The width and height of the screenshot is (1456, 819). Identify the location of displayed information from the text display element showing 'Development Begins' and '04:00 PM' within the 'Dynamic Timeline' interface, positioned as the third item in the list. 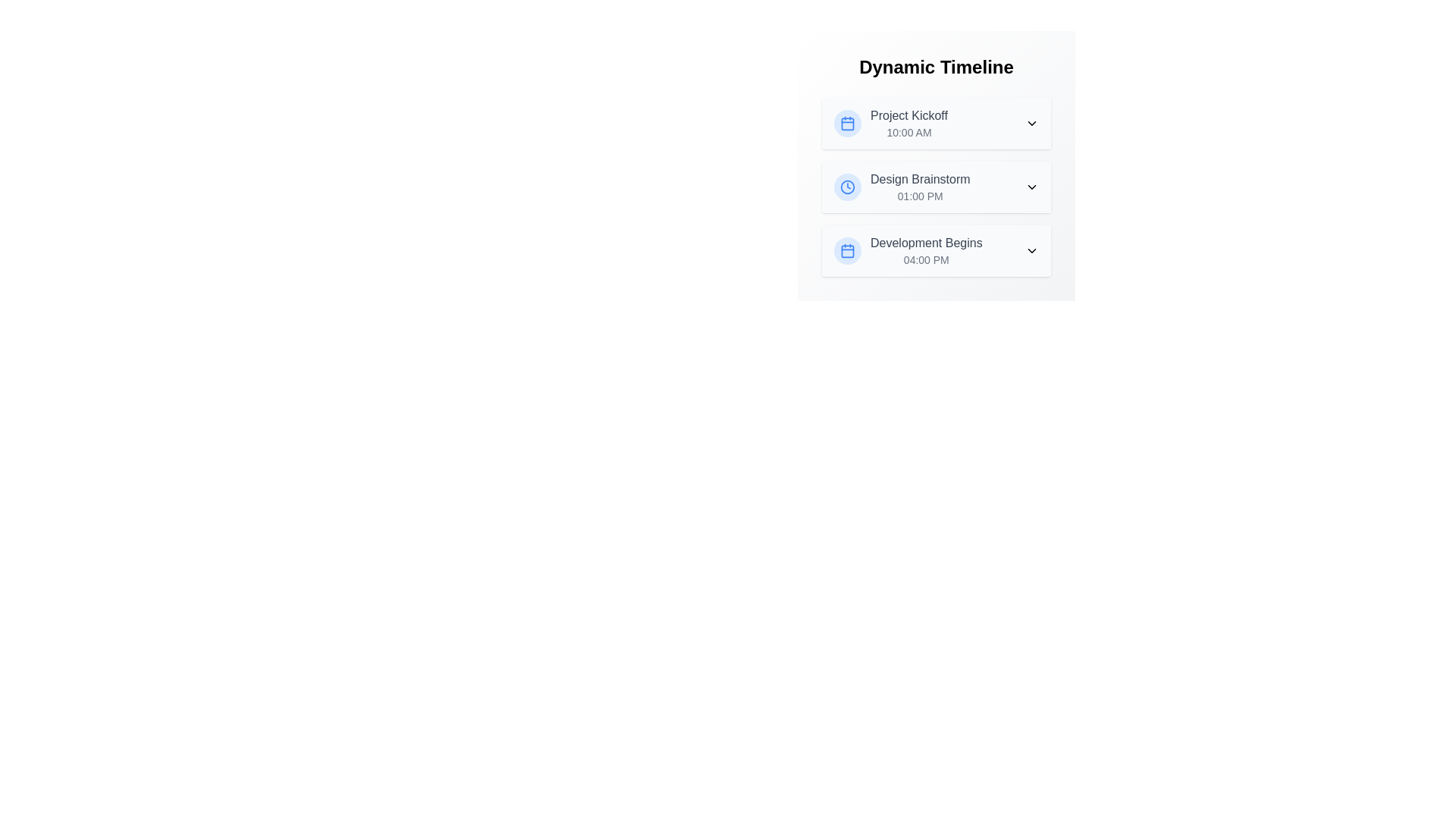
(925, 250).